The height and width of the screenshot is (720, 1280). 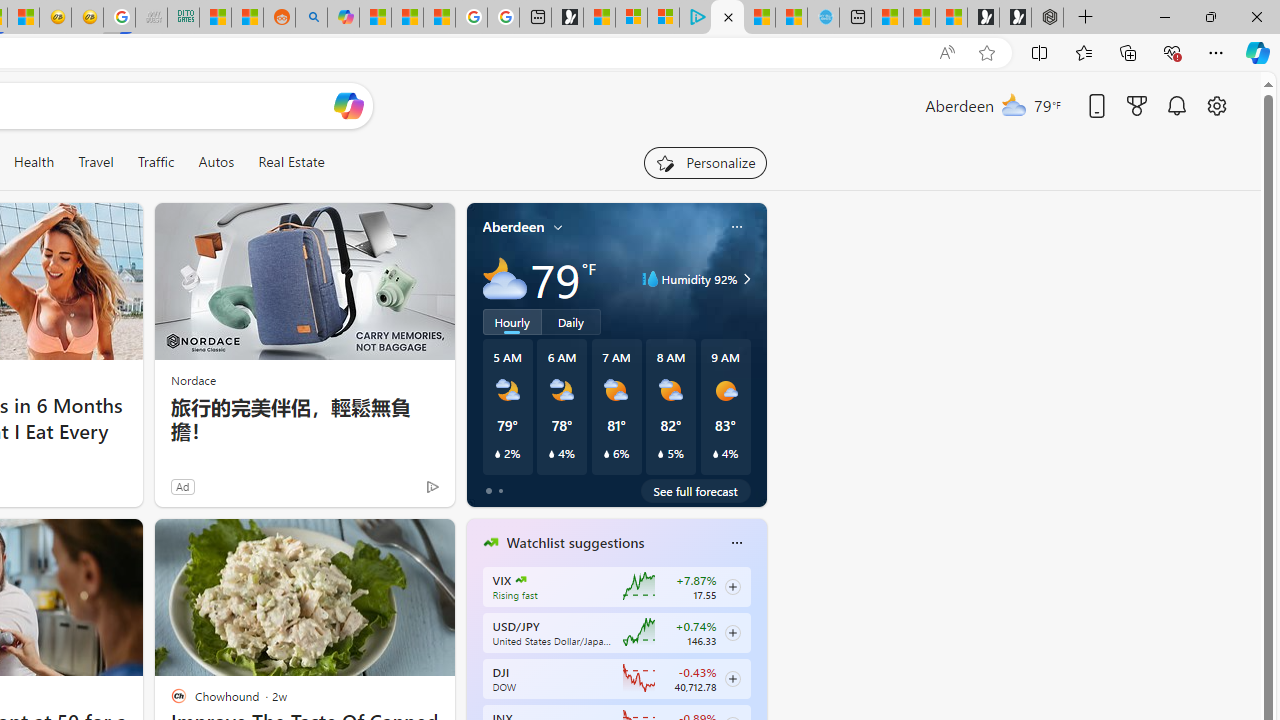 I want to click on 'Humidity 92%', so click(x=743, y=279).